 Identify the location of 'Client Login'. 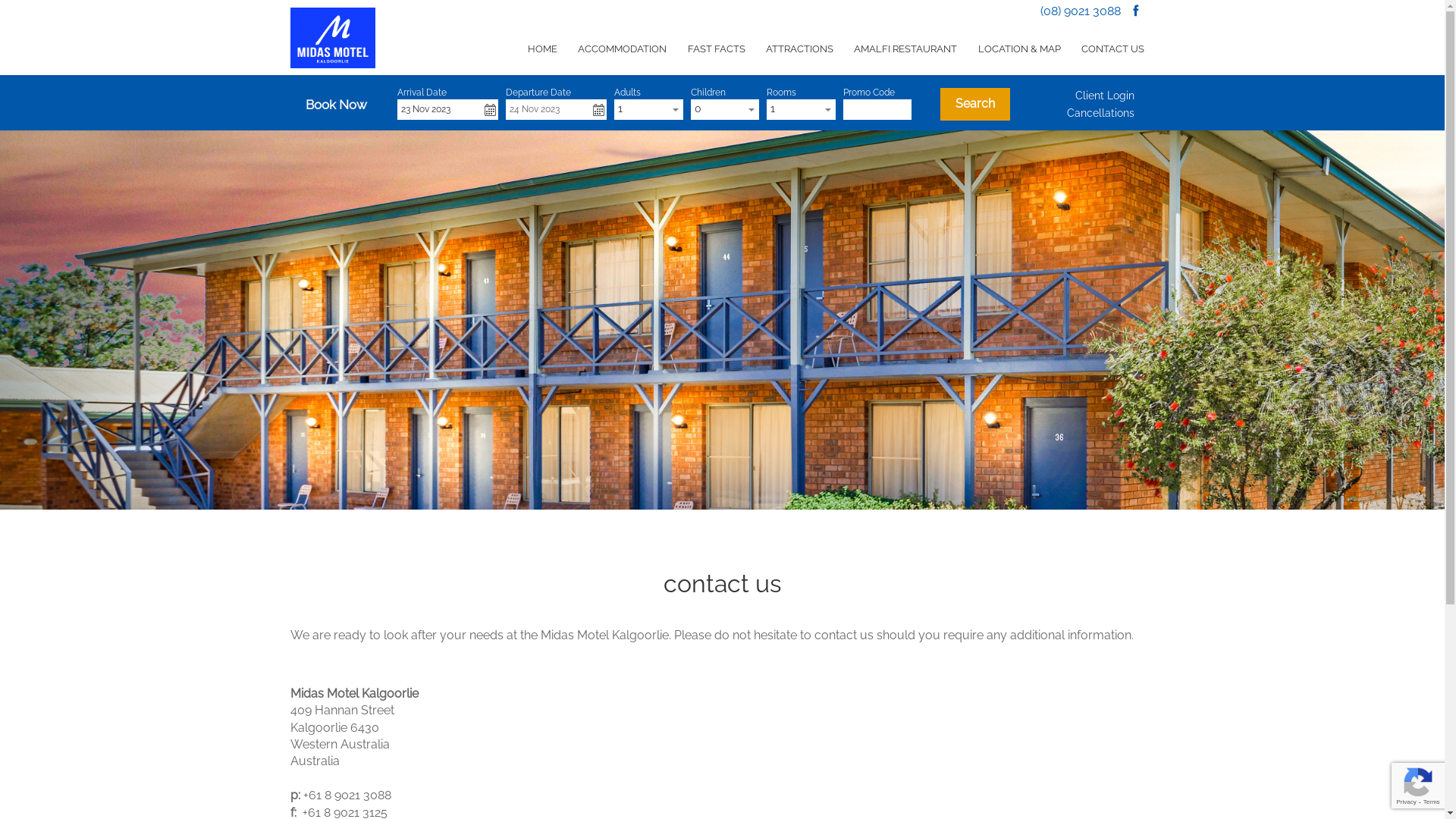
(1105, 96).